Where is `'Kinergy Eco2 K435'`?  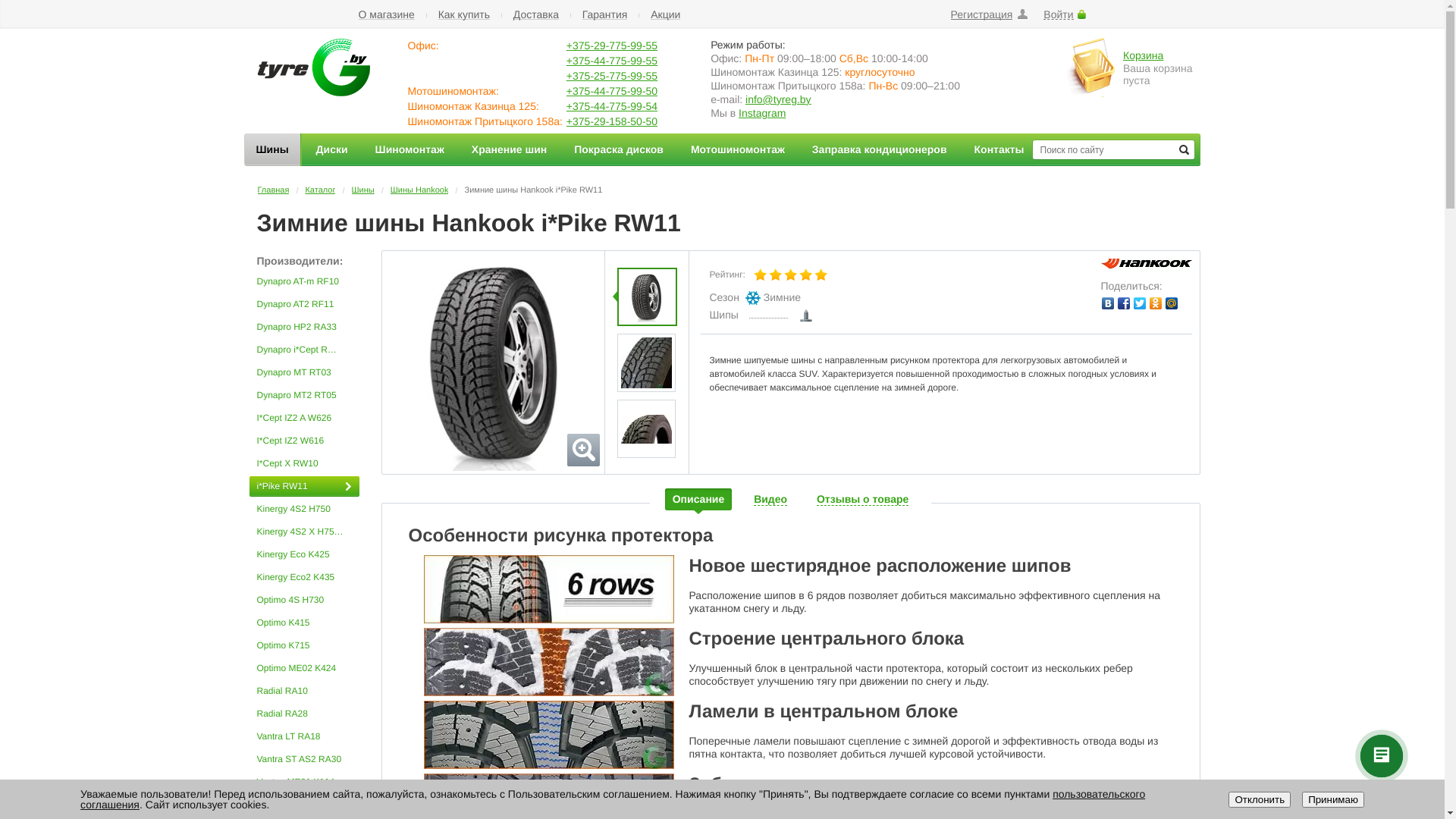
'Kinergy Eco2 K435' is located at coordinates (248, 577).